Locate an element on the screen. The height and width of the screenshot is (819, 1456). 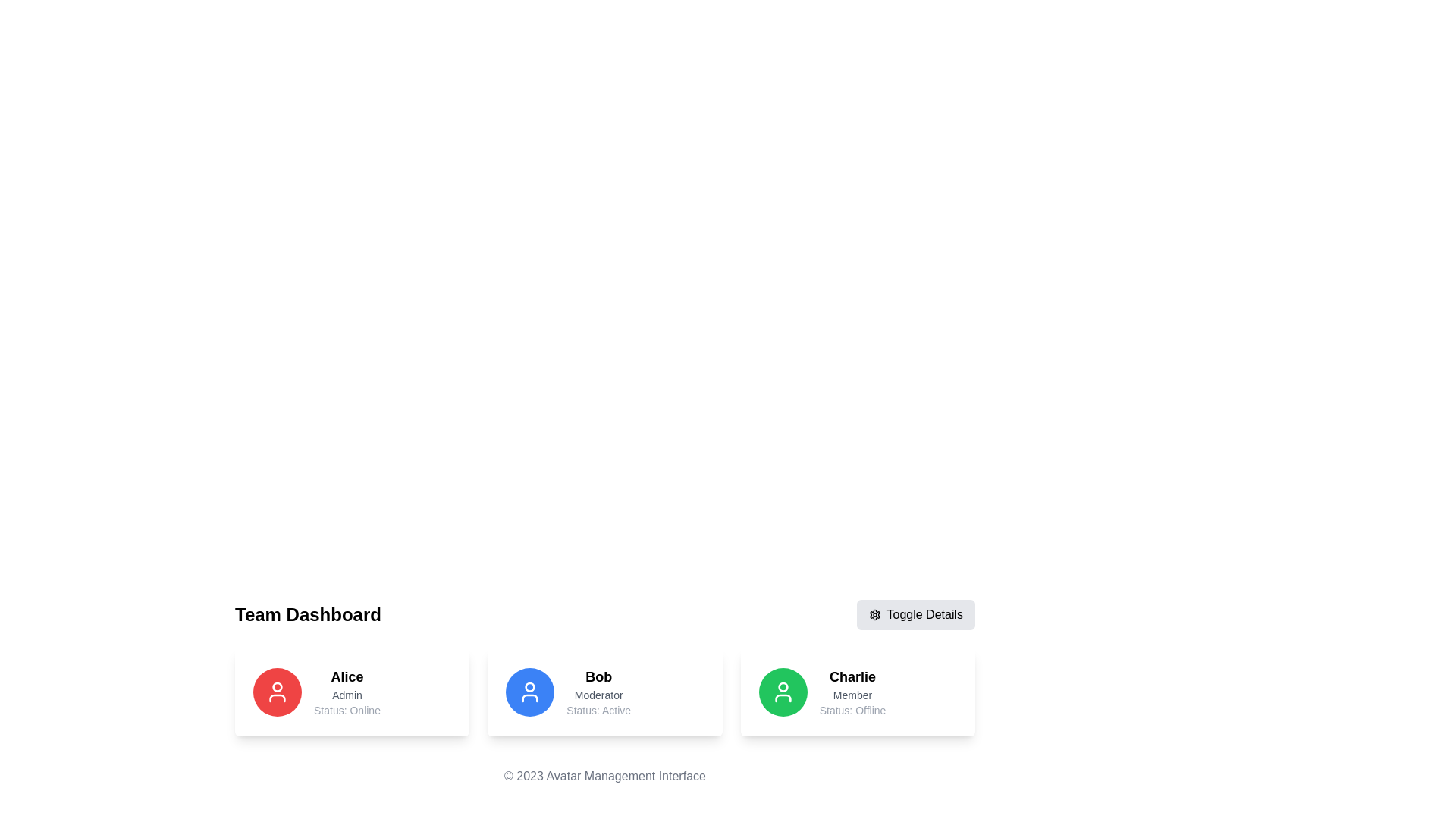
the user information text block located in the first card of the horizontal list of user profiles on the dashboard, which includes a red circular icon on its left side is located at coordinates (346, 692).